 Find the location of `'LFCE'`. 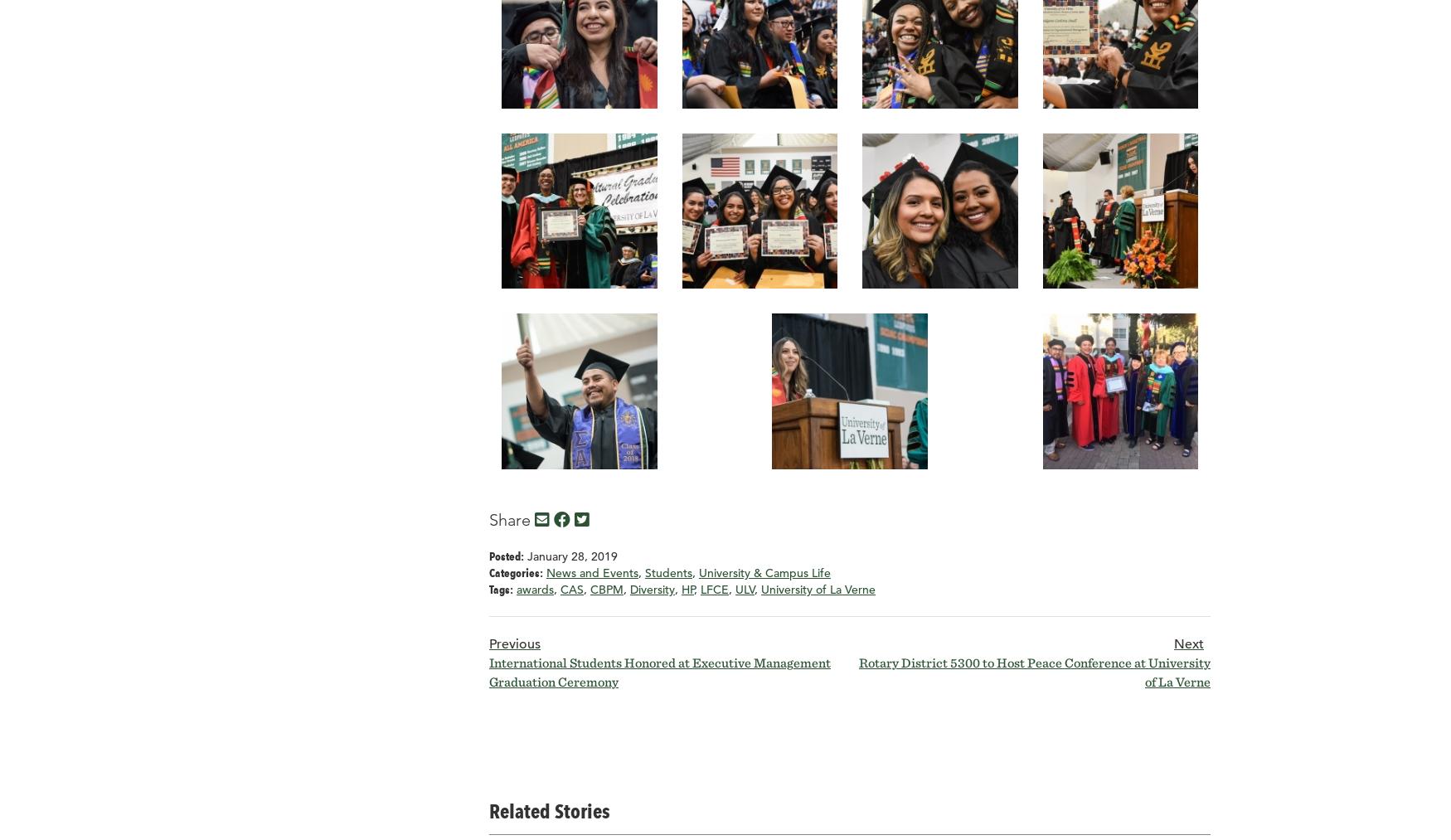

'LFCE' is located at coordinates (715, 590).